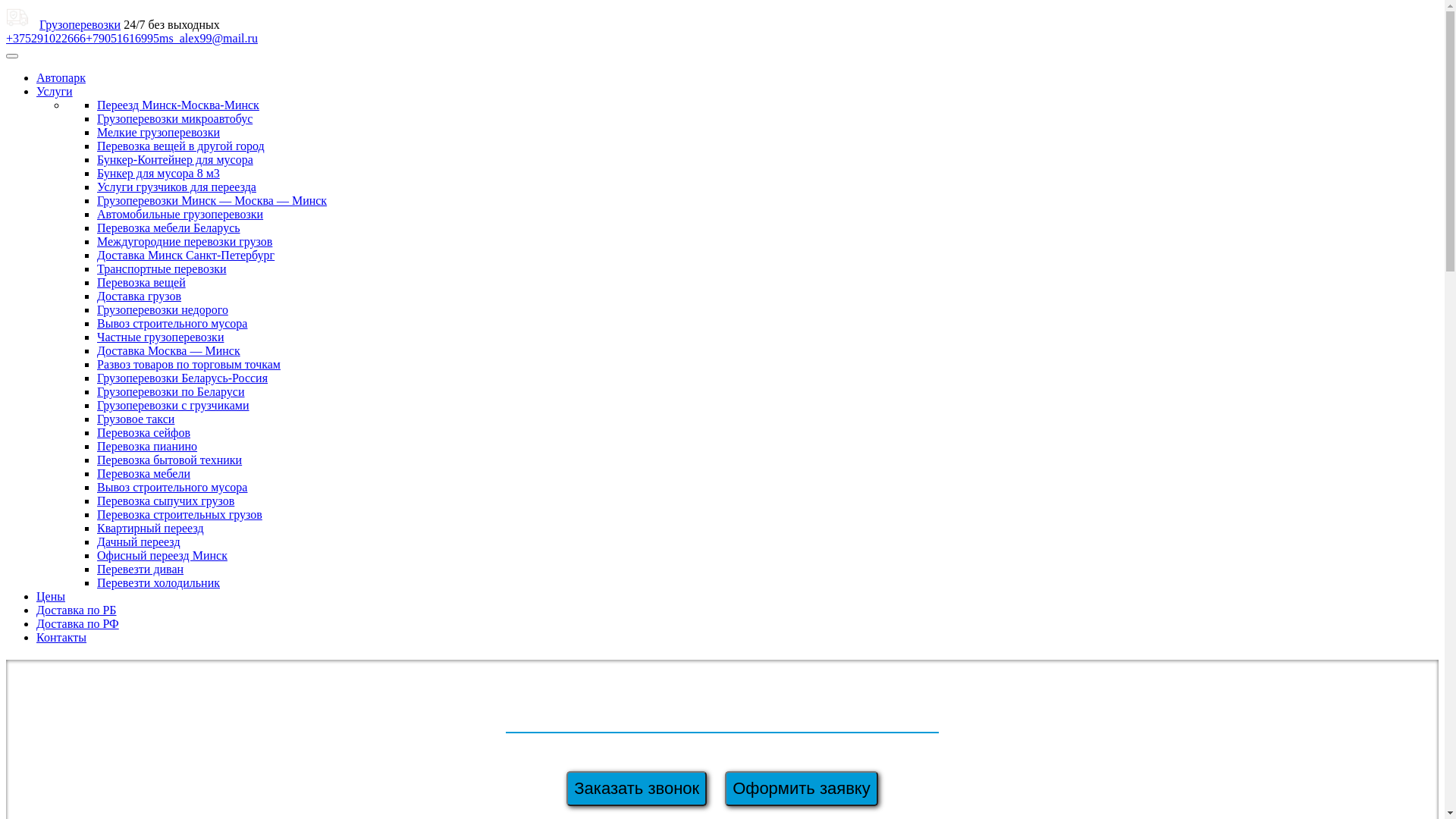 The width and height of the screenshot is (1456, 819). I want to click on '+375291022666', so click(45, 37).